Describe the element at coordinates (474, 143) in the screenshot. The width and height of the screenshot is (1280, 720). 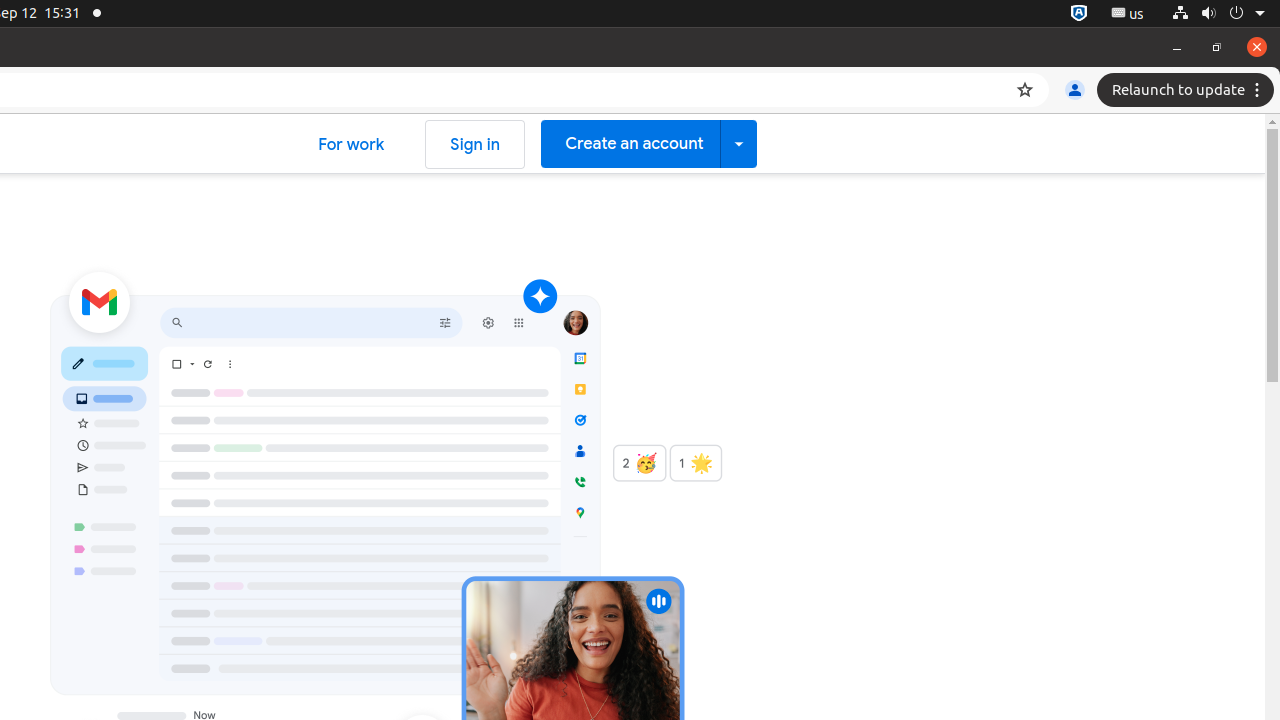
I see `'Sign in'` at that location.